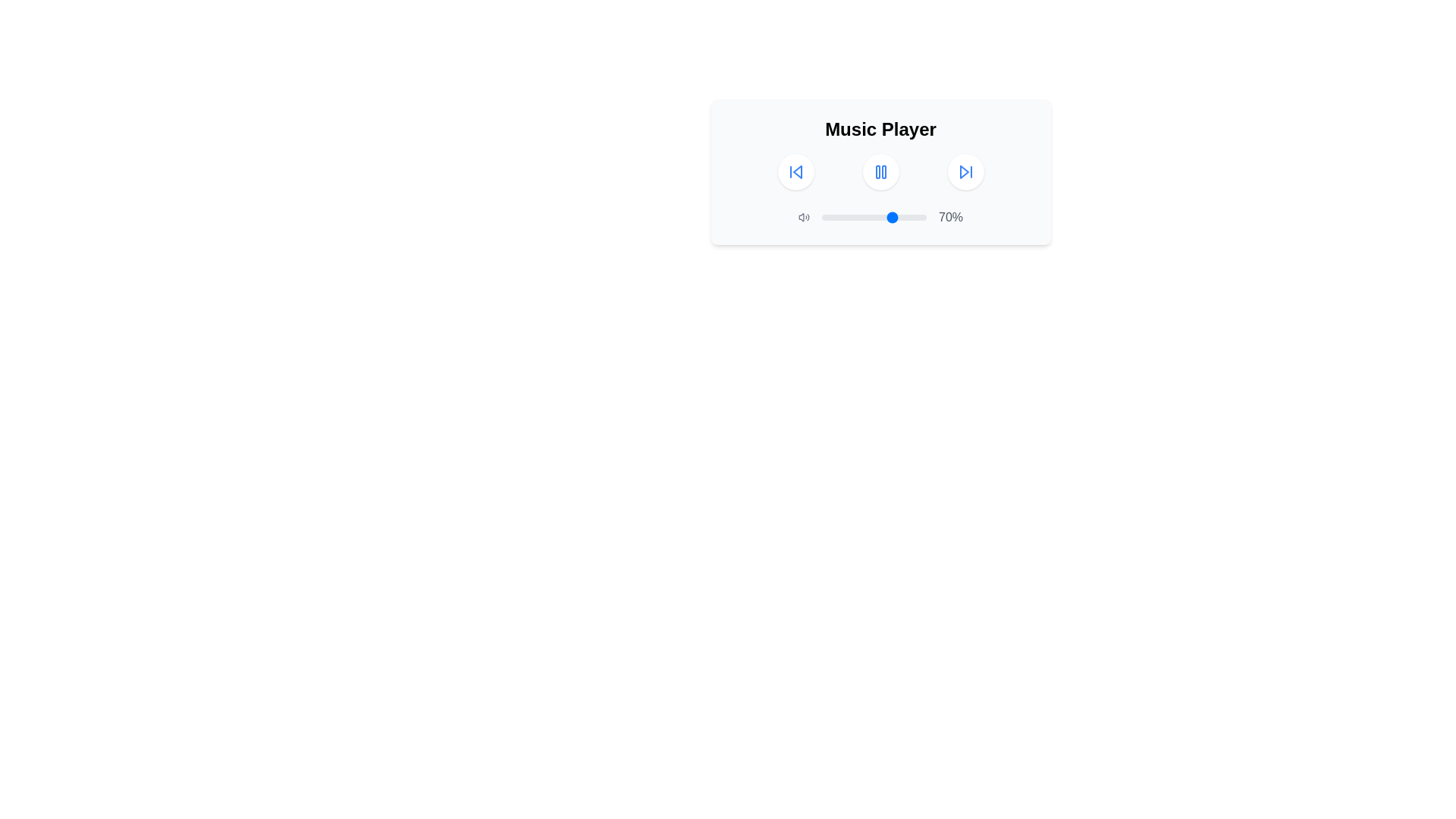  What do you see at coordinates (858, 217) in the screenshot?
I see `the slider` at bounding box center [858, 217].